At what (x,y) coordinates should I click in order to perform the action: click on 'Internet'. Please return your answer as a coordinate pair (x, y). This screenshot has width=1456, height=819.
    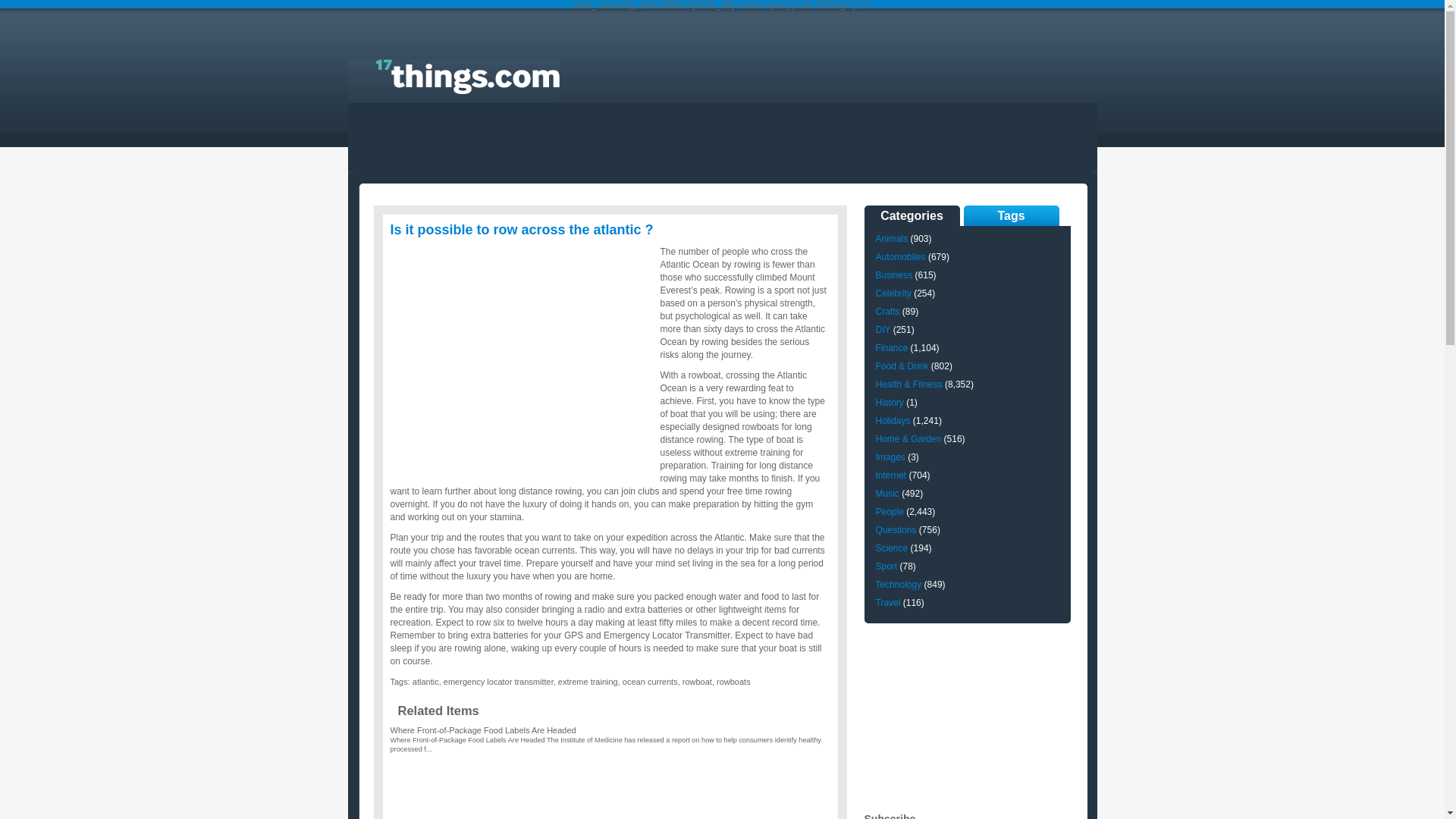
    Looking at the image, I should click on (874, 475).